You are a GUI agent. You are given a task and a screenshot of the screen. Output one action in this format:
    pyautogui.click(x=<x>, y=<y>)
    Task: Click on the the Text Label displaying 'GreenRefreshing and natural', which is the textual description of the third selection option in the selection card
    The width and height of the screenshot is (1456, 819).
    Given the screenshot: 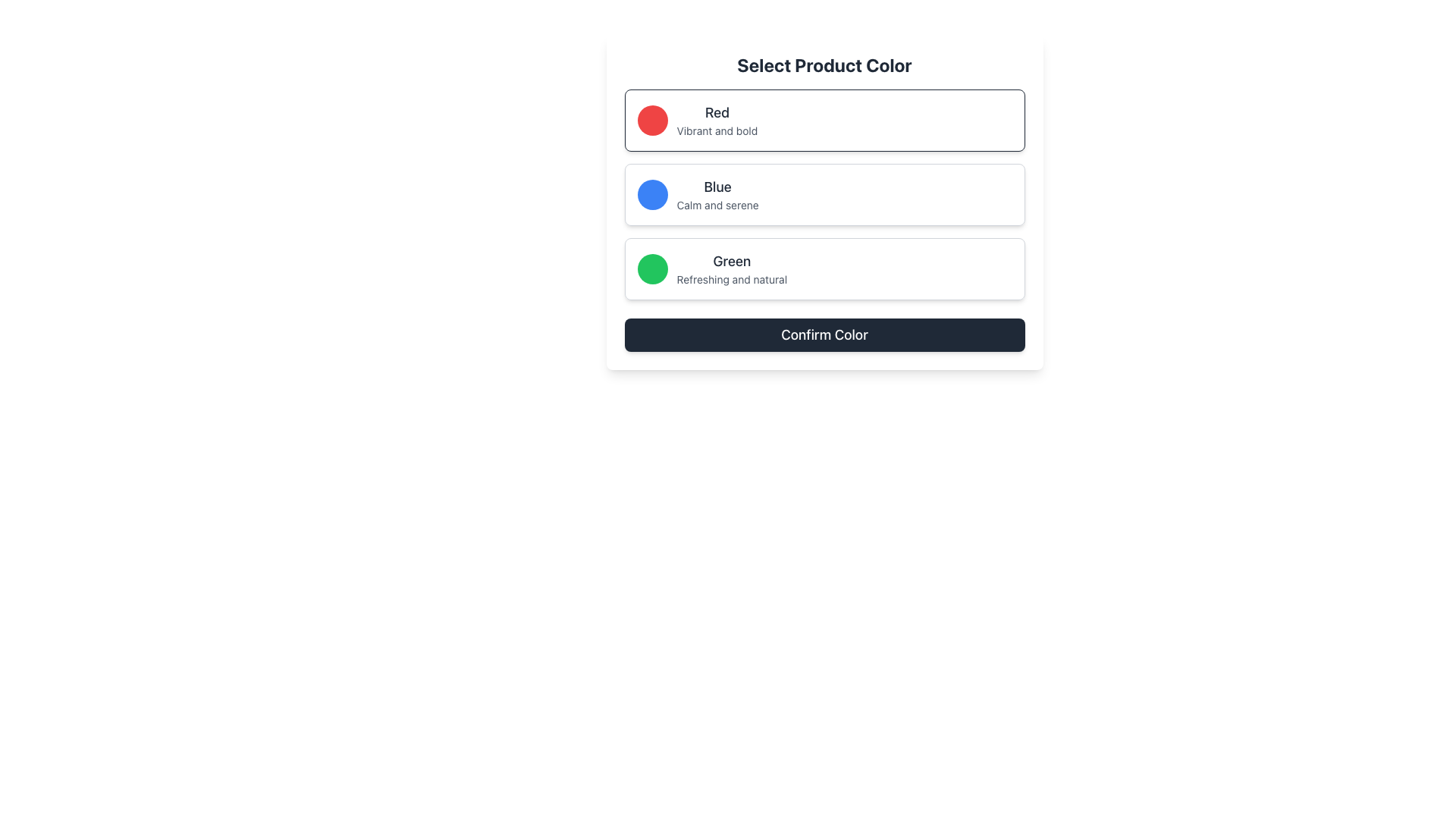 What is the action you would take?
    pyautogui.click(x=732, y=268)
    